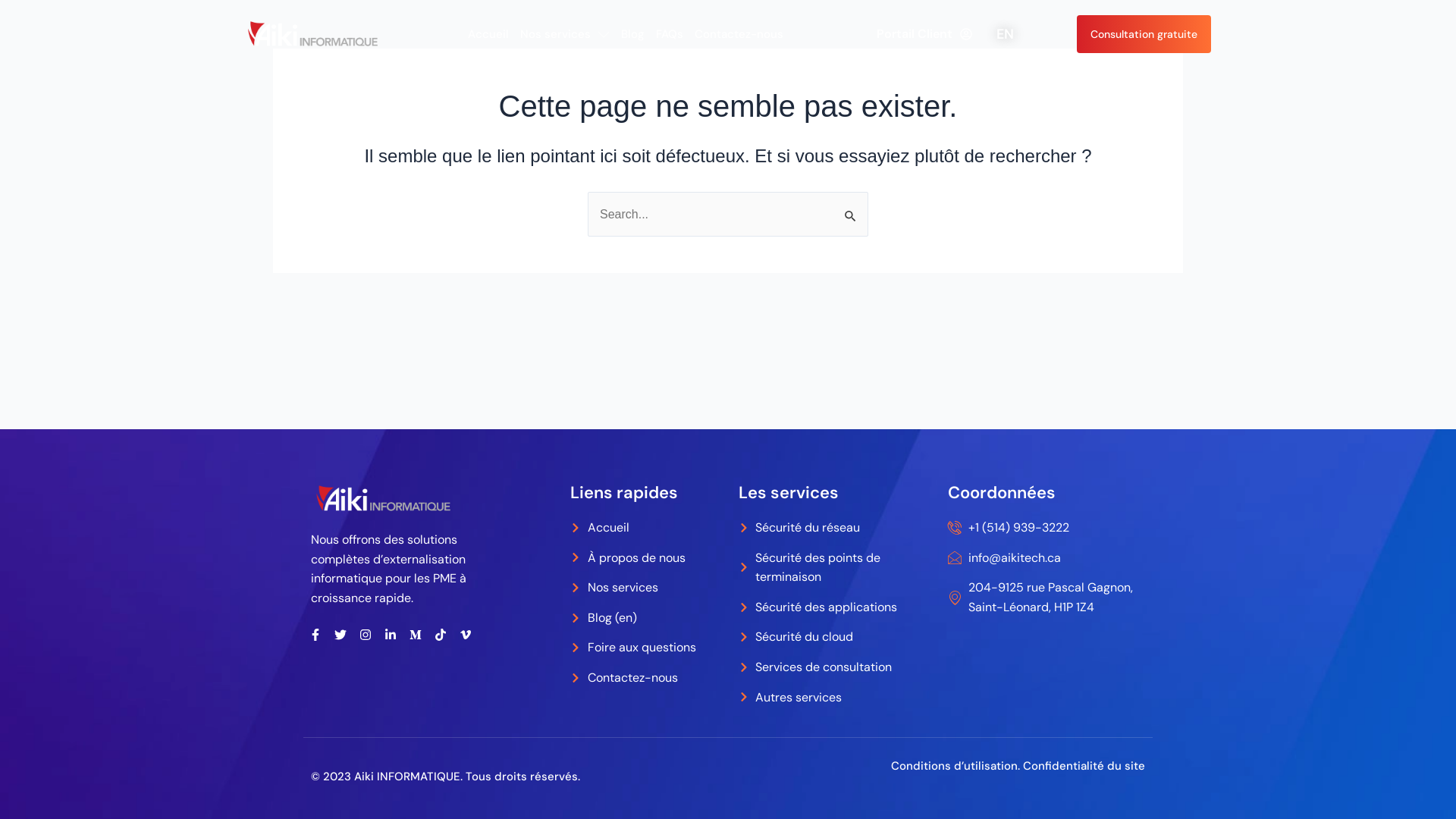 The height and width of the screenshot is (819, 1456). What do you see at coordinates (833, 207) in the screenshot?
I see `'Recherche'` at bounding box center [833, 207].